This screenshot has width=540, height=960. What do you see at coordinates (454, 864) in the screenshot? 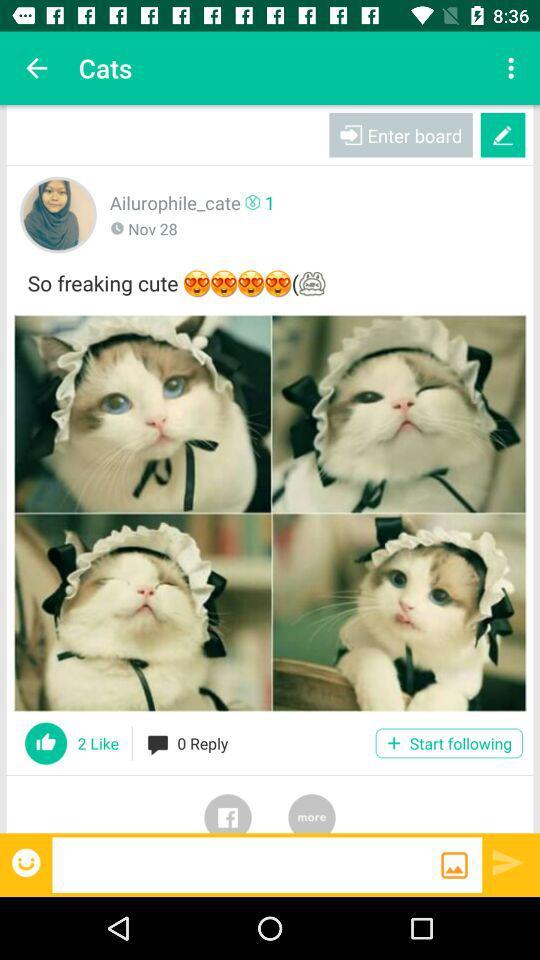
I see `the wallpaper icon` at bounding box center [454, 864].